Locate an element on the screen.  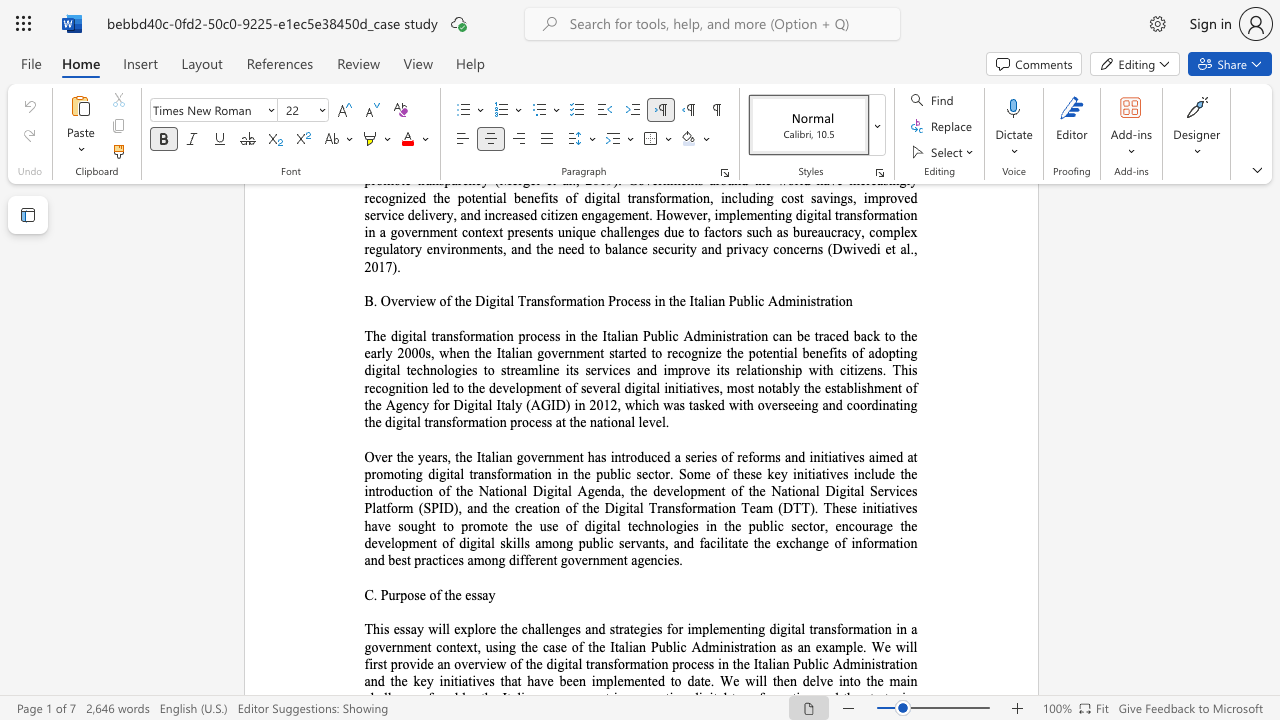
the subset text "opment of digi" within the text "to promote the use of digital technologies in the public sector, encourage the development of digital skills among p" is located at coordinates (394, 543).